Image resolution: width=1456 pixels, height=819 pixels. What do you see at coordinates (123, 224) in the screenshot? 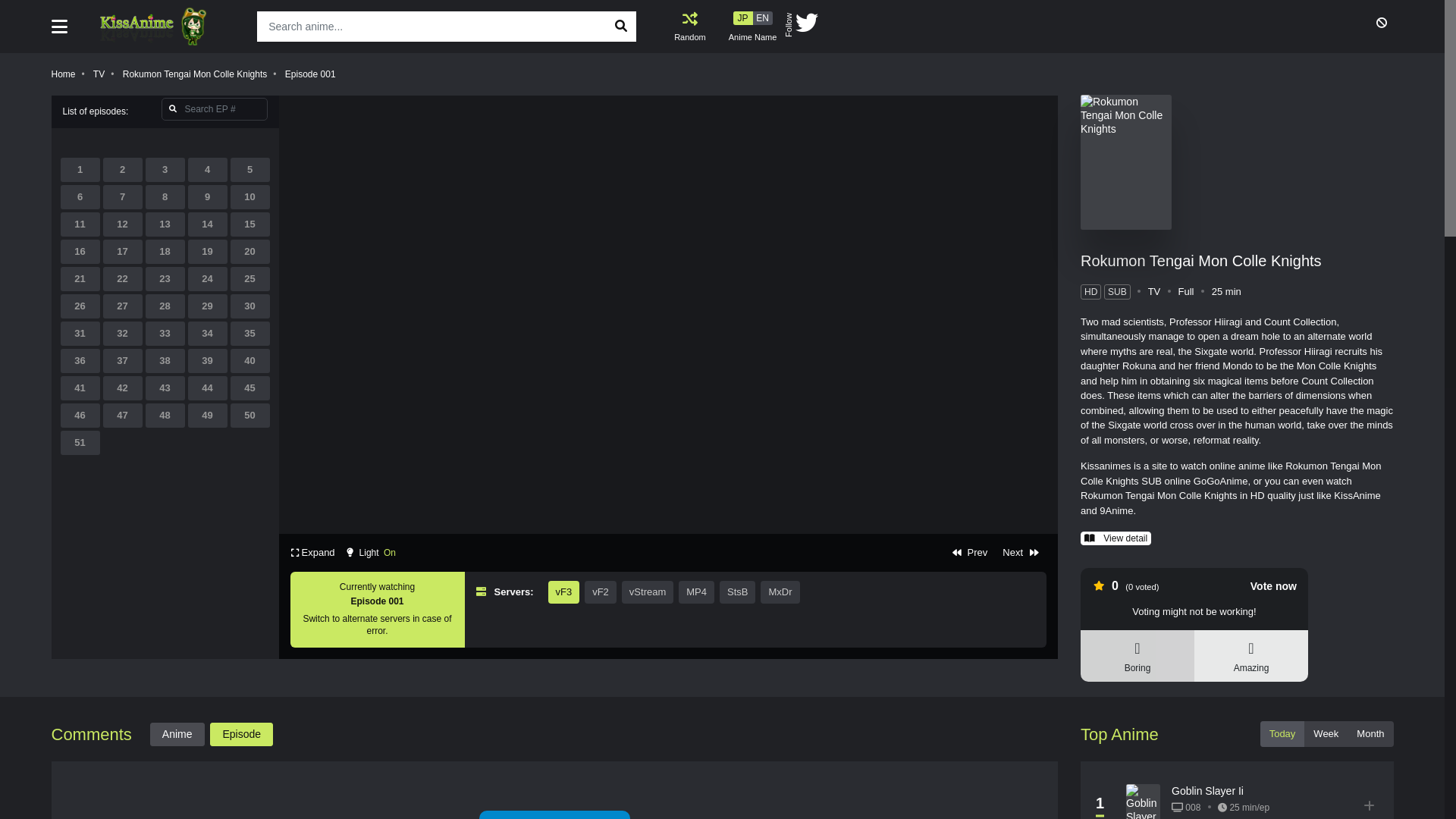
I see `'12'` at bounding box center [123, 224].